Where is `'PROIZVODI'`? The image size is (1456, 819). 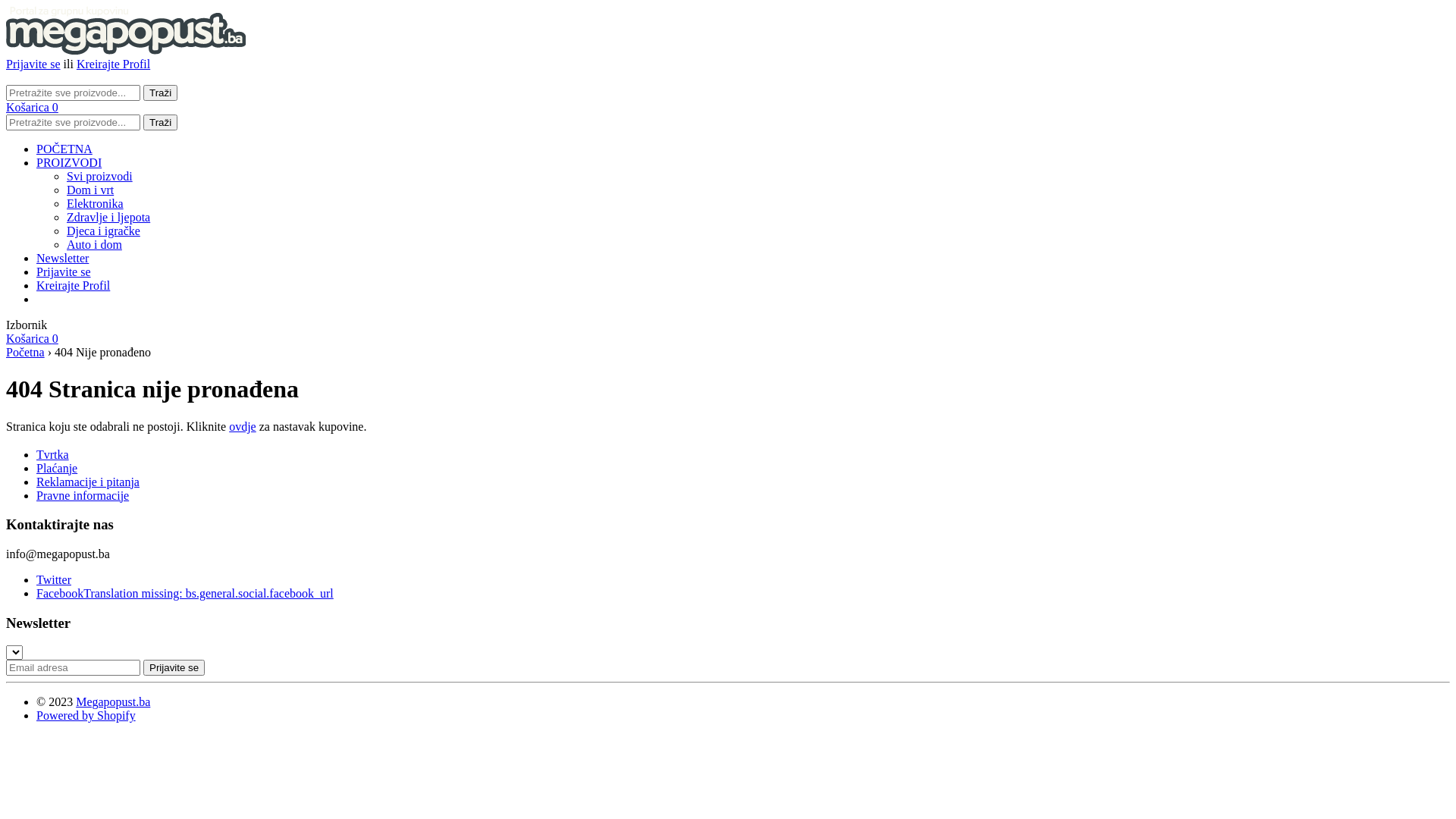 'PROIZVODI' is located at coordinates (68, 162).